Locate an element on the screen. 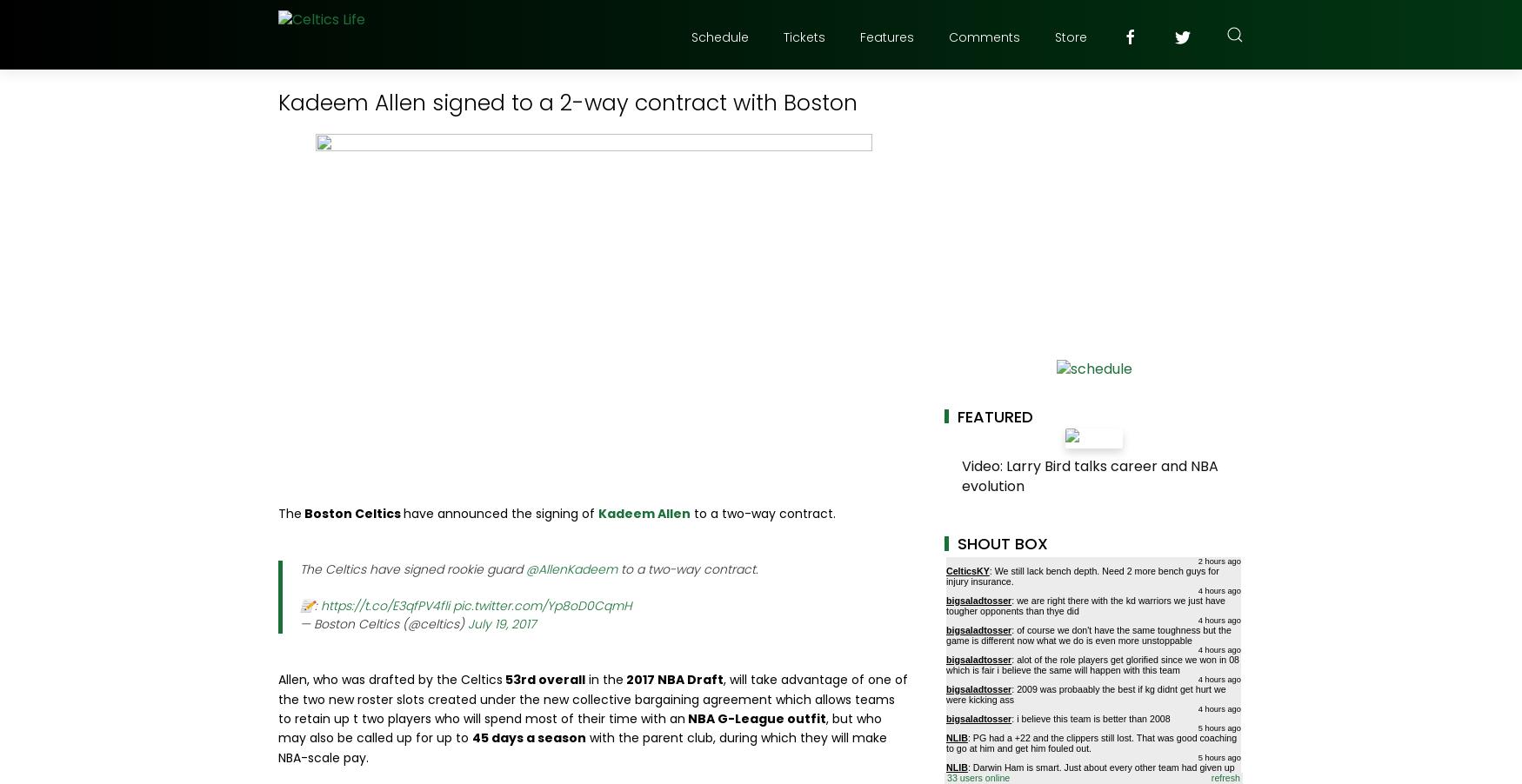  'Allen, who was drafted by the Celtics' is located at coordinates (278, 679).